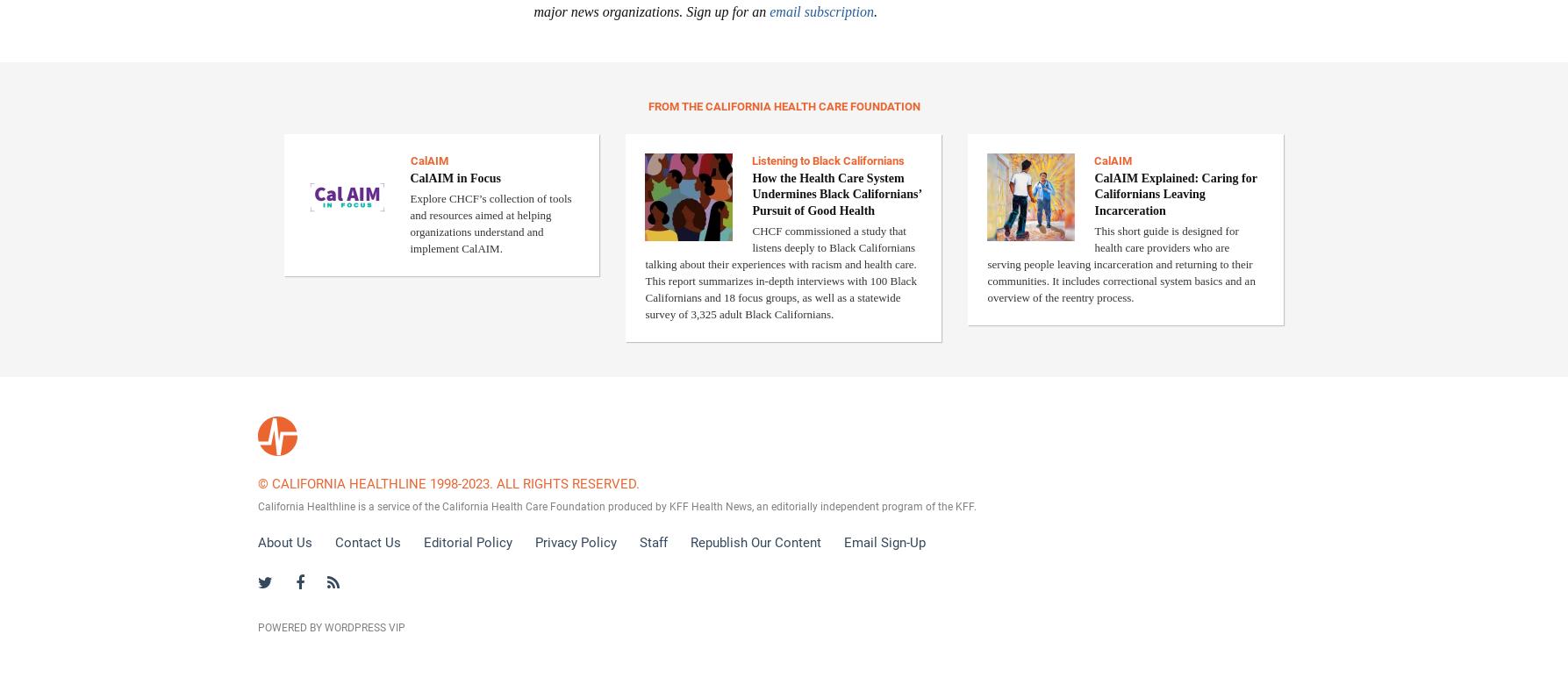  What do you see at coordinates (256, 481) in the screenshot?
I see `'© California Healthline 1998-2023. All Rights Reserved.'` at bounding box center [256, 481].